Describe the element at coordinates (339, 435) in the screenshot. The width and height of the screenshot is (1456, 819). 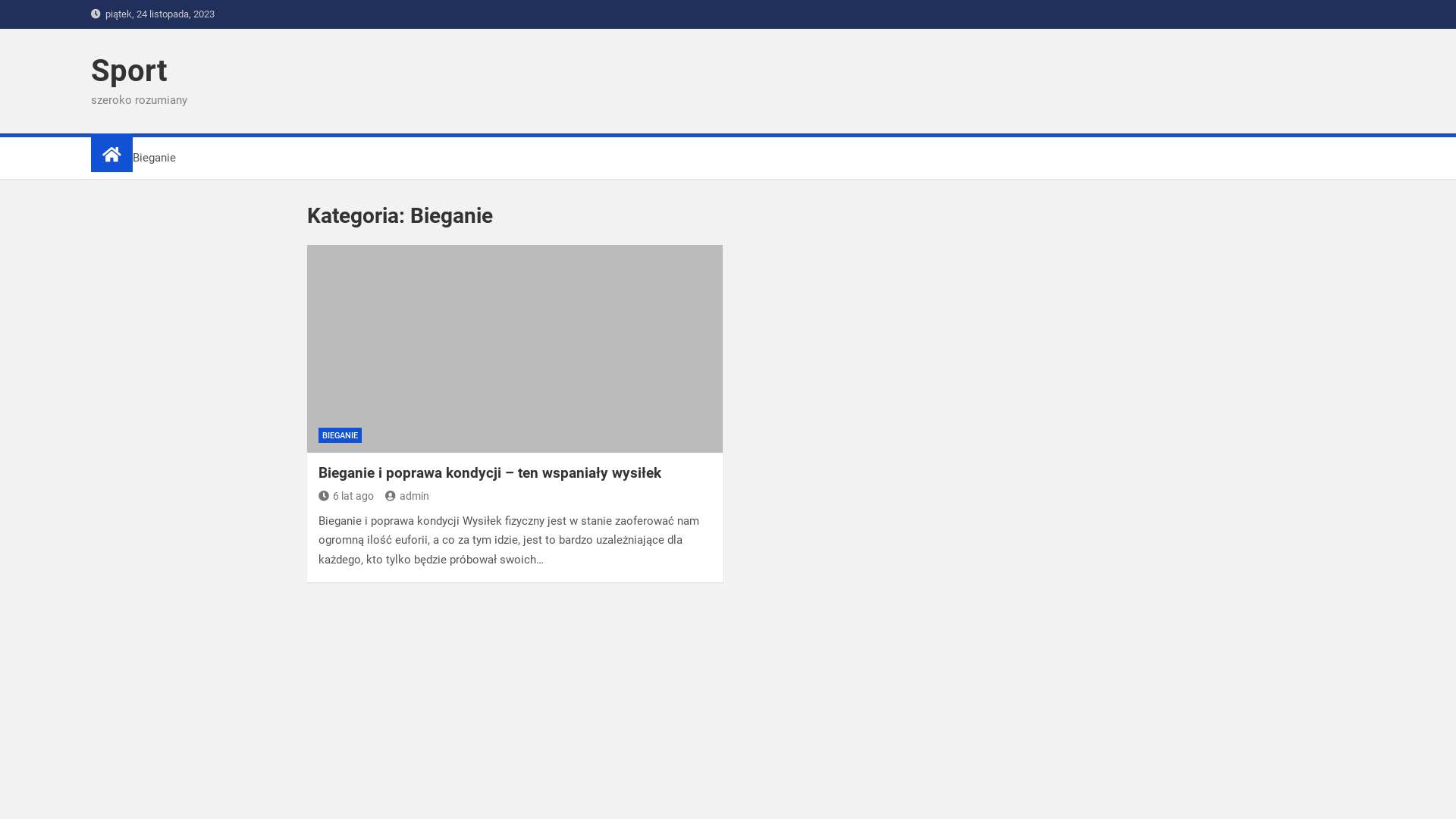
I see `'BIEGANIE'` at that location.